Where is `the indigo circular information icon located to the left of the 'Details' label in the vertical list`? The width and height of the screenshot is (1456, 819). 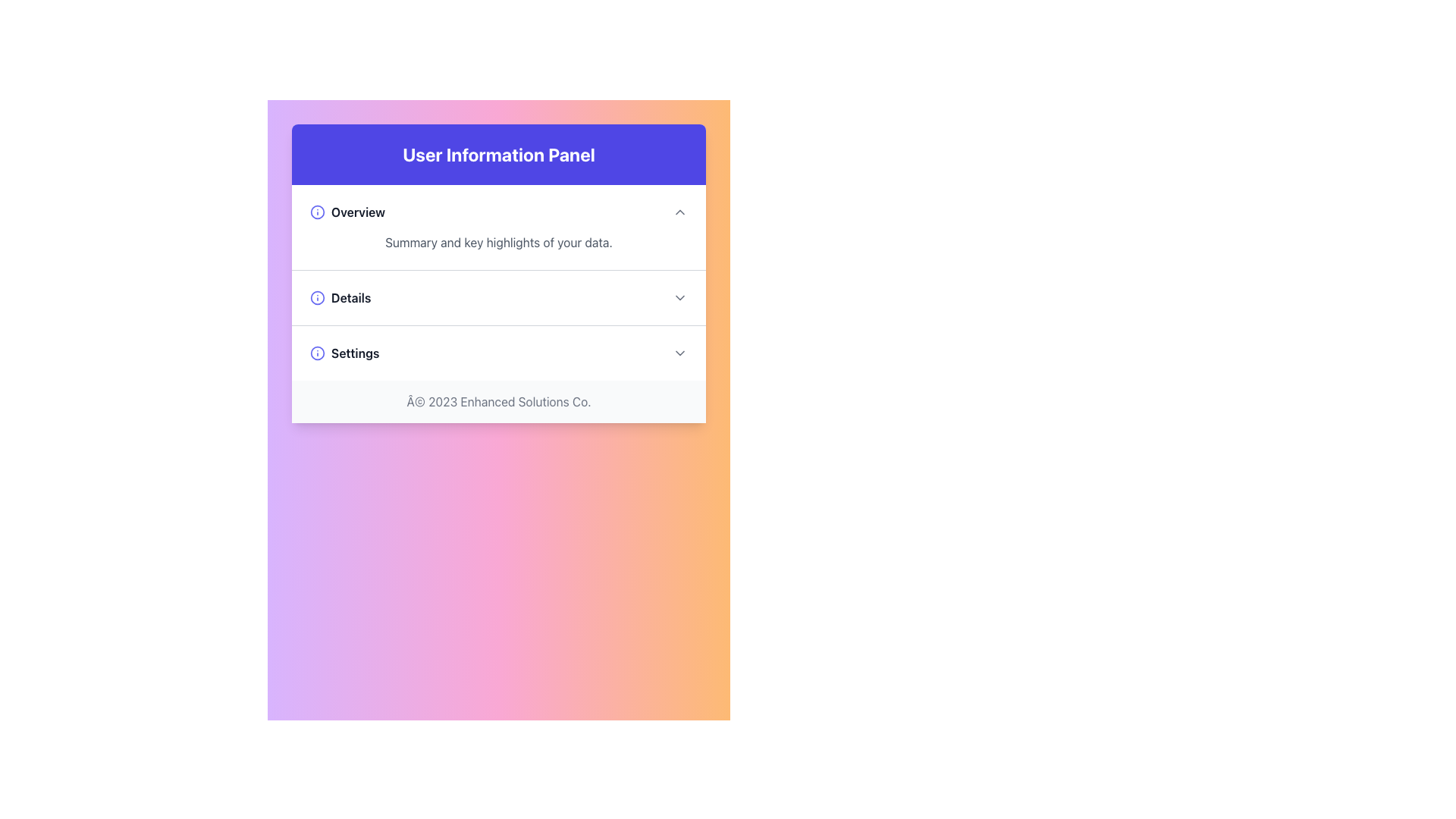 the indigo circular information icon located to the left of the 'Details' label in the vertical list is located at coordinates (316, 298).